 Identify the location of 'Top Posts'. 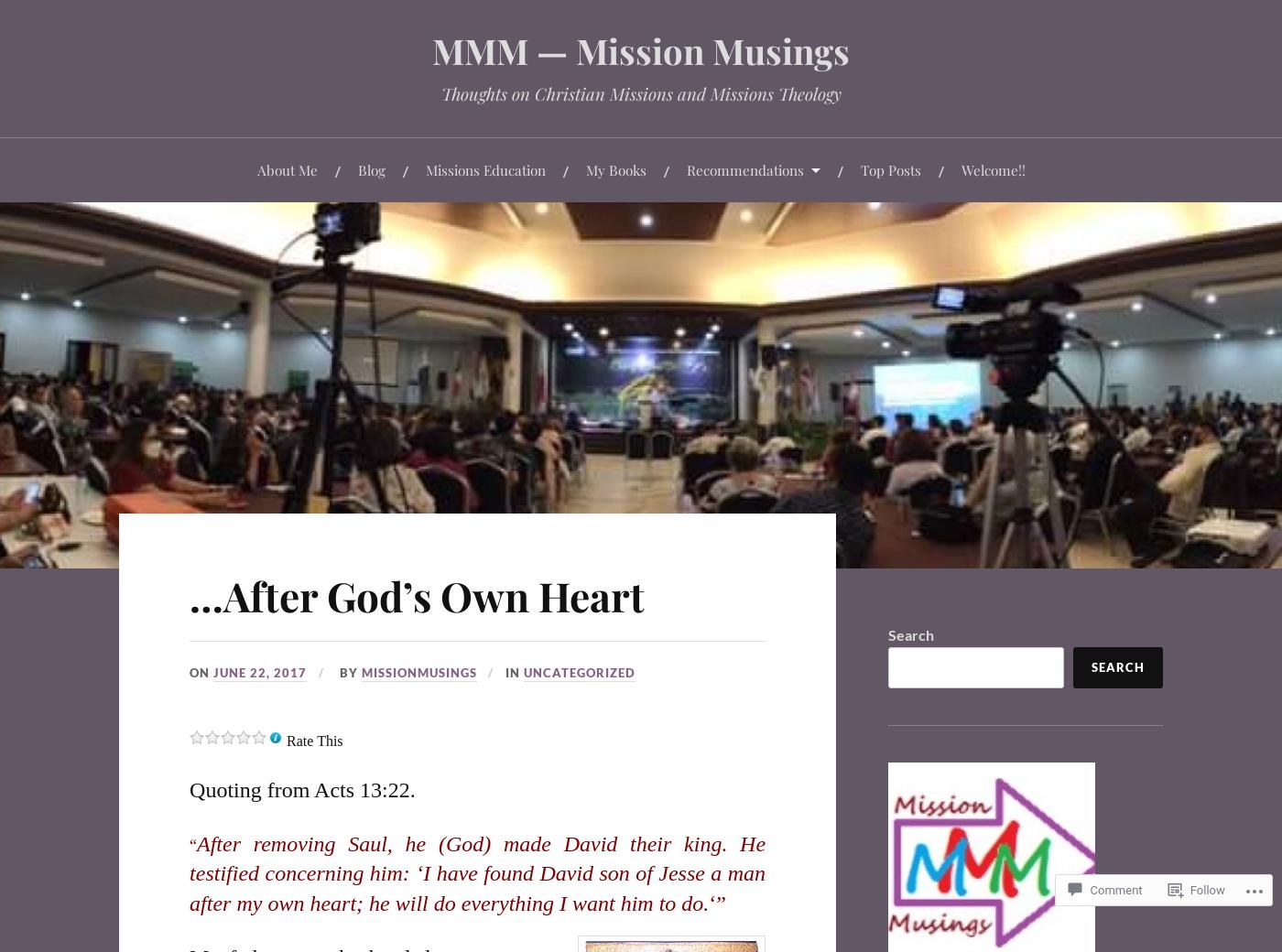
(859, 168).